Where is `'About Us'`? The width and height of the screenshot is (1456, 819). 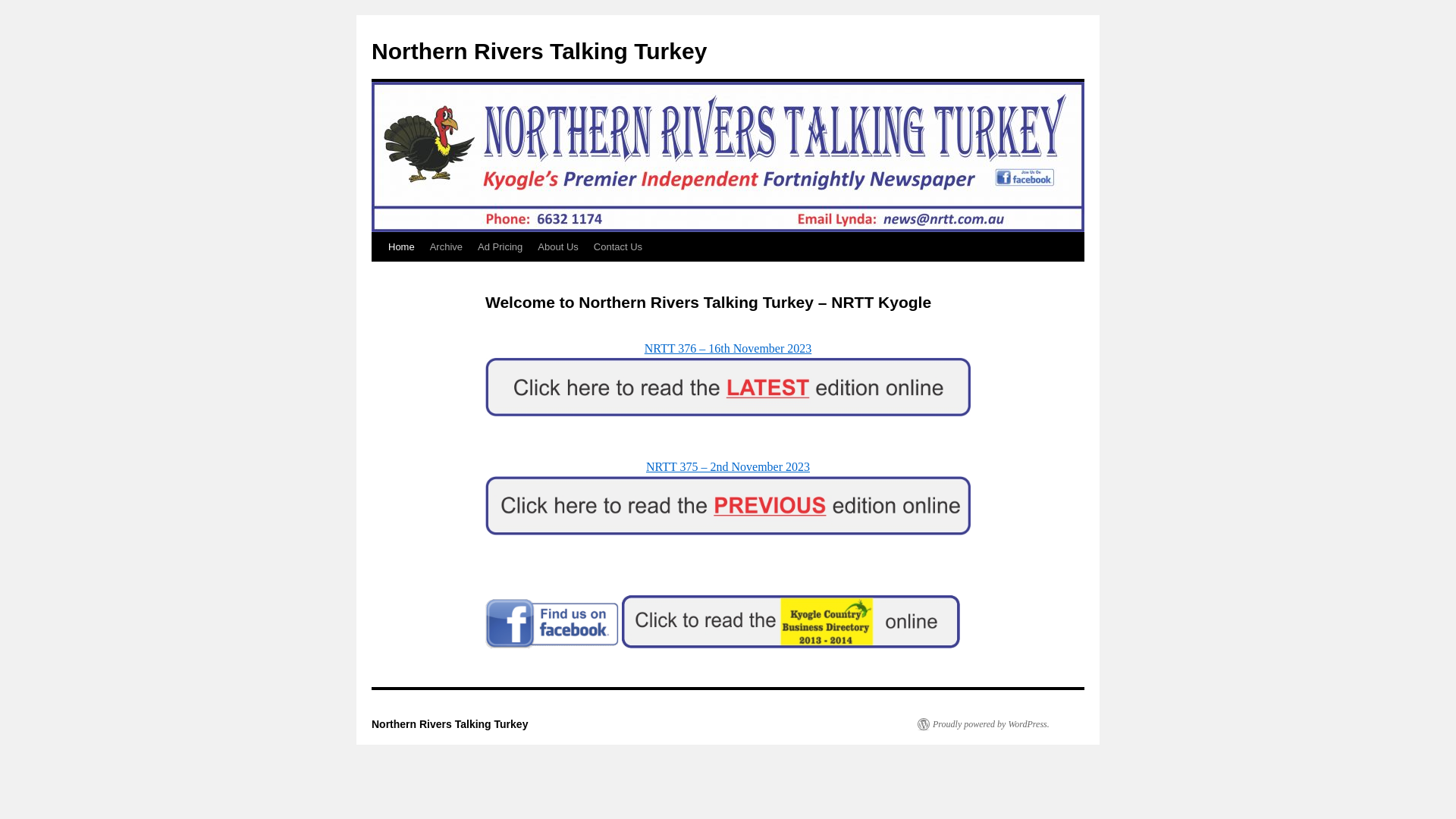
'About Us' is located at coordinates (557, 246).